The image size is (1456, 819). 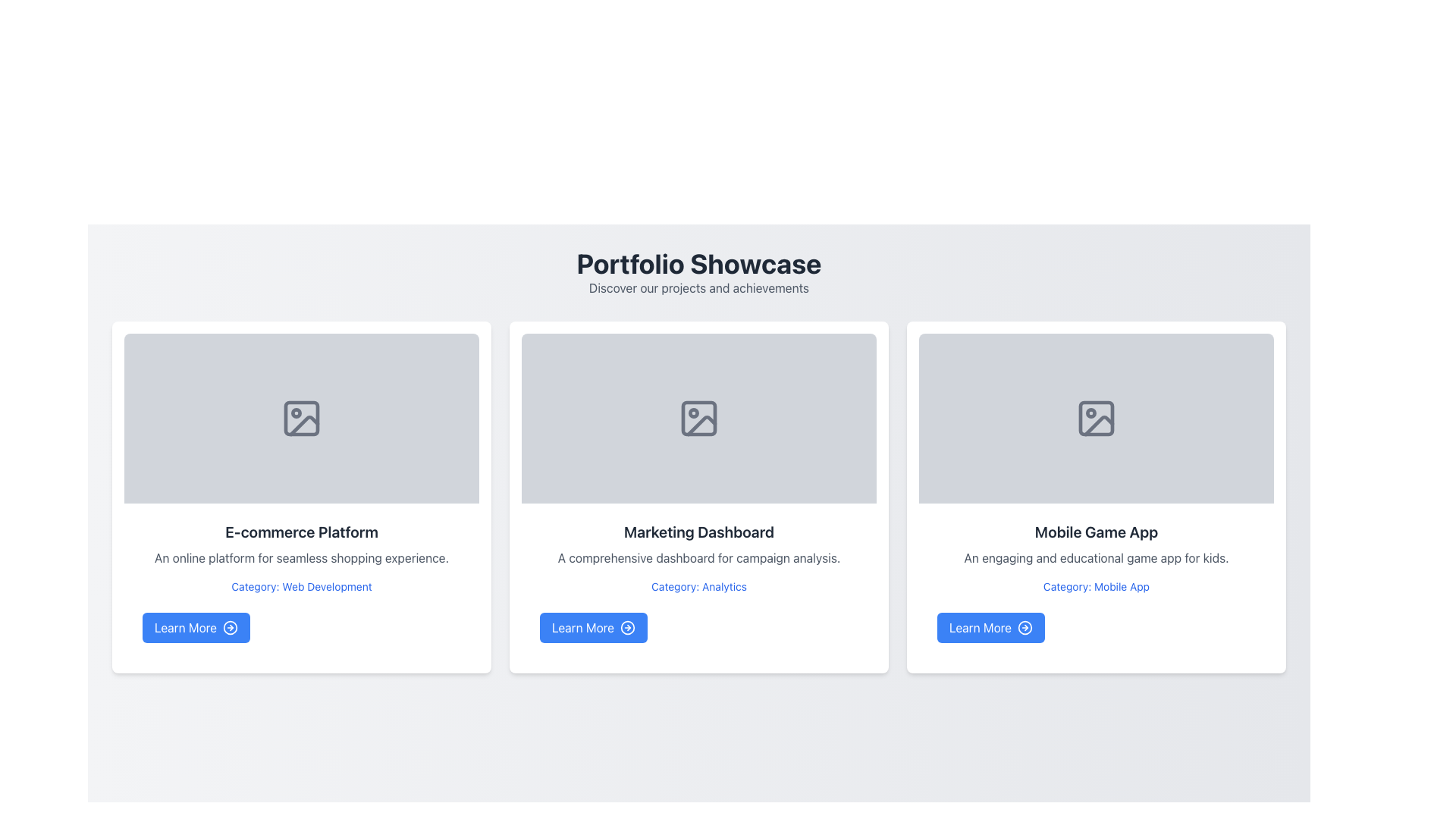 What do you see at coordinates (698, 288) in the screenshot?
I see `the descriptive Text label located below the 'Portfolio Showcase' heading, which provides information about the section's purpose` at bounding box center [698, 288].